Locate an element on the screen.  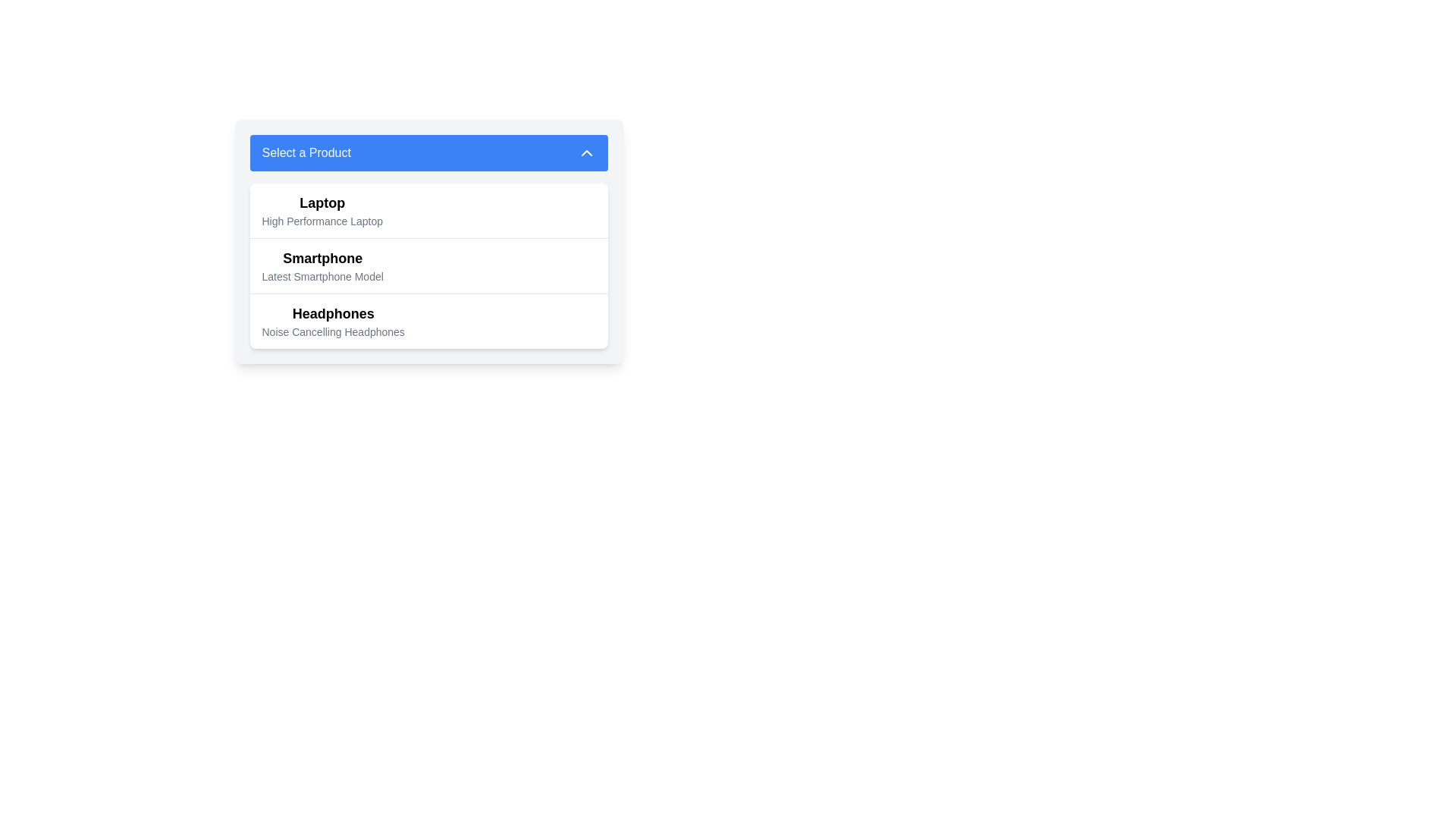
the list item containing the text 'Smartphone' is located at coordinates (322, 265).